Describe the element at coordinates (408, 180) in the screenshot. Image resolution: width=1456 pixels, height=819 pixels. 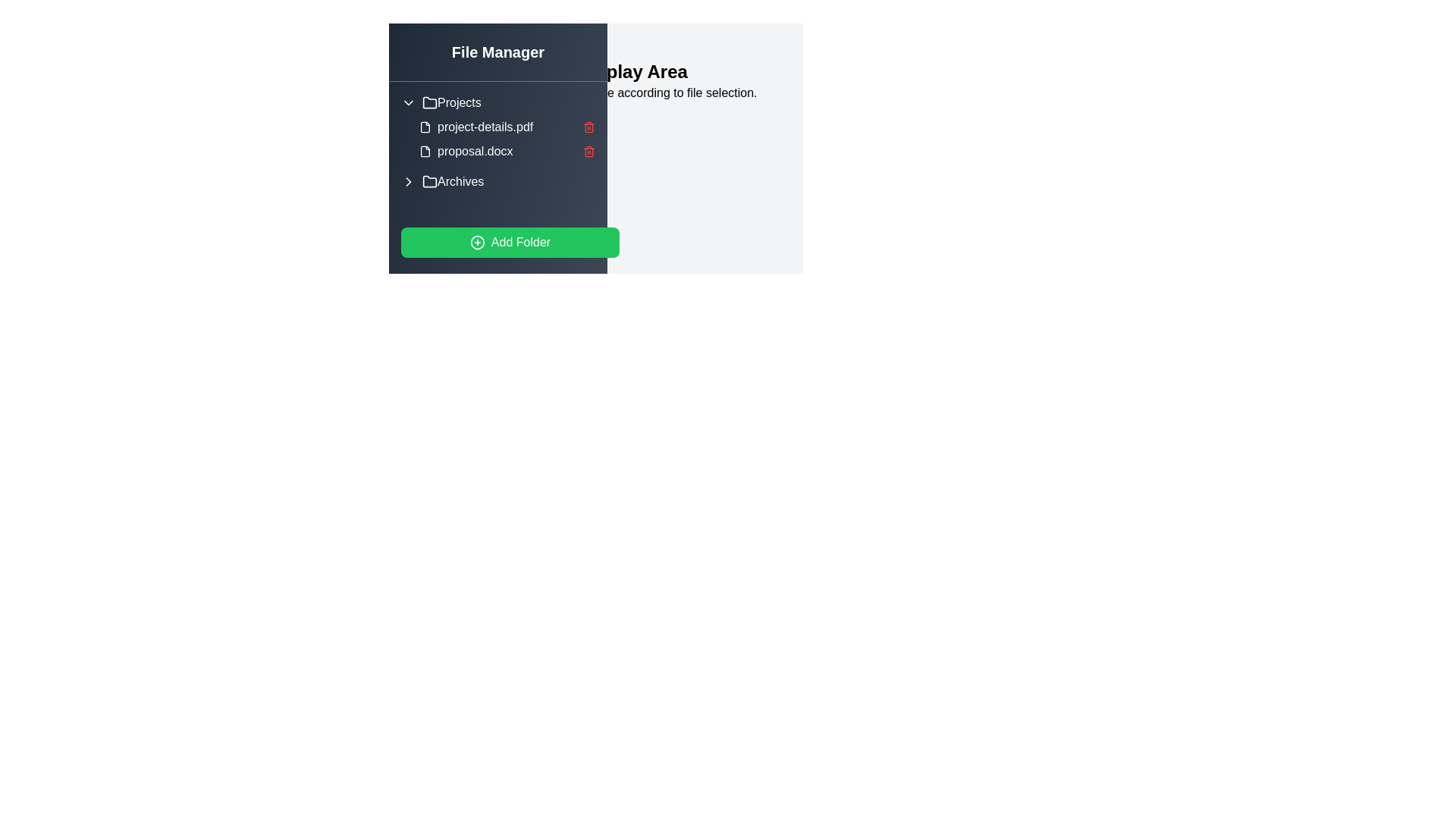
I see `the right-pointing chevron arrow icon located next to the 'Archives' folder in the 'File Manager' sidebar` at that location.